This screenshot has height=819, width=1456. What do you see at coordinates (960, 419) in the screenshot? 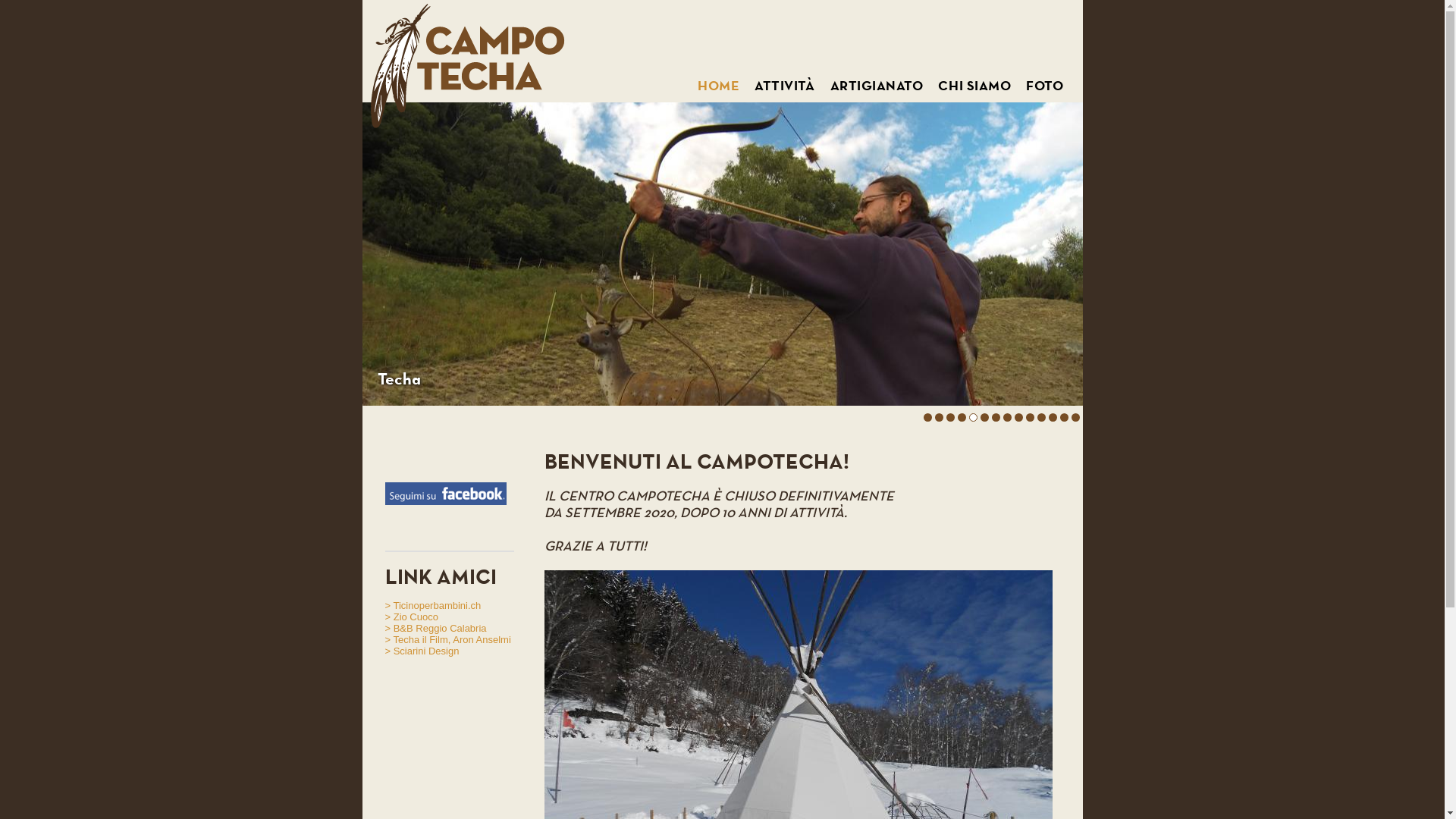
I see `'4'` at bounding box center [960, 419].